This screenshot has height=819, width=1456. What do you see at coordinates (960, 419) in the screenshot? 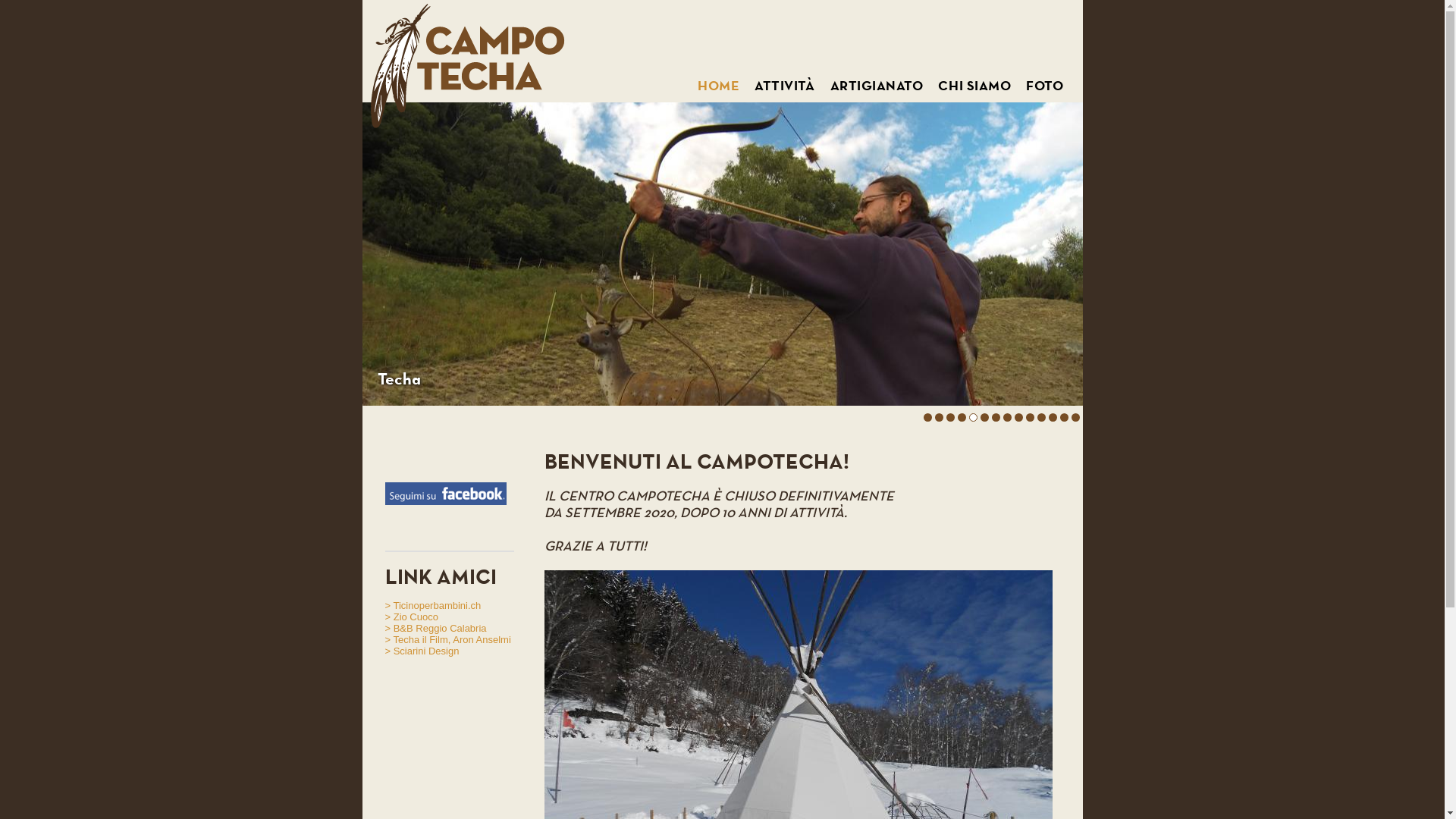
I see `'4'` at bounding box center [960, 419].